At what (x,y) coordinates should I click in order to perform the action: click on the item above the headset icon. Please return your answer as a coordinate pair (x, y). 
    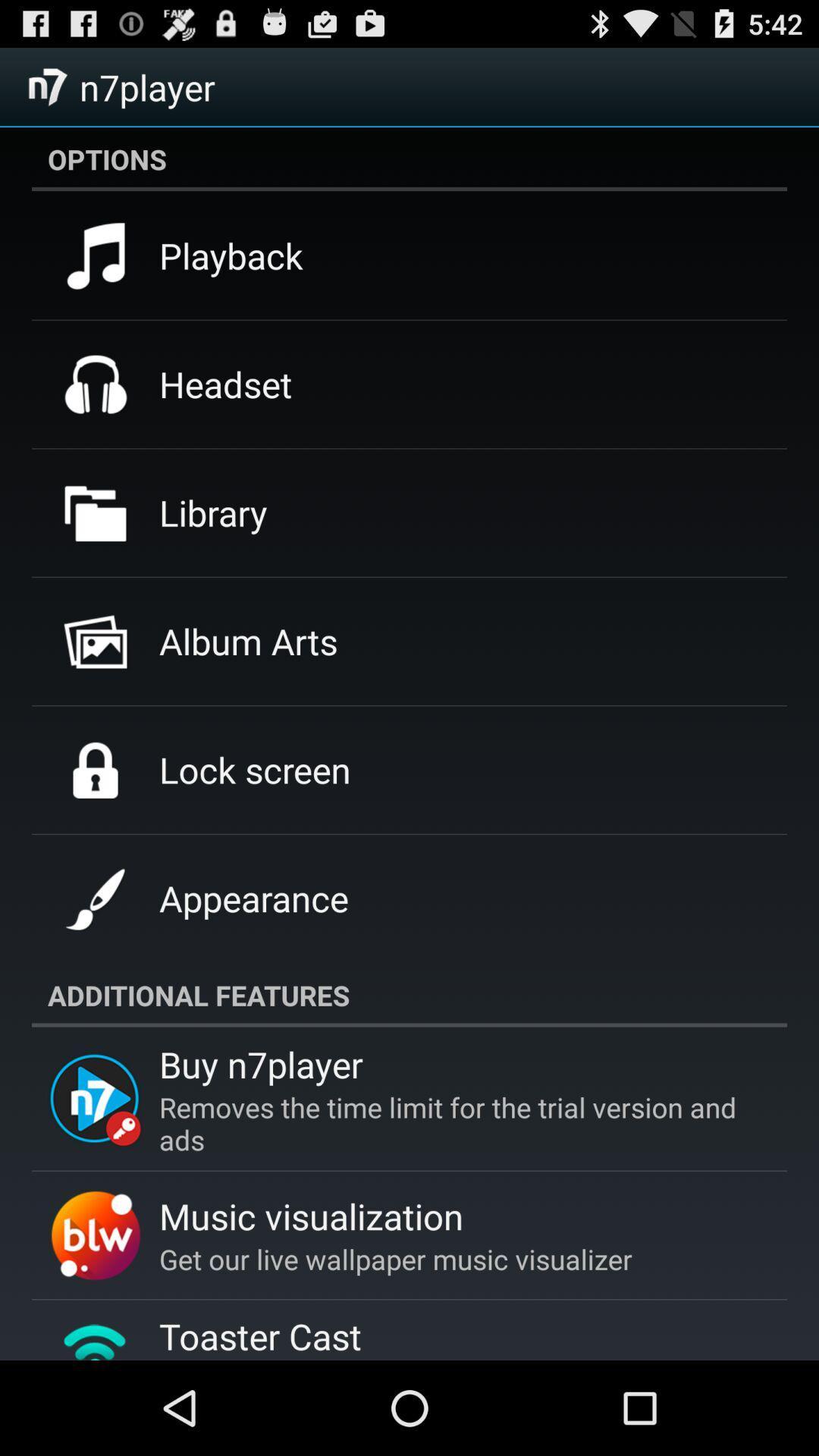
    Looking at the image, I should click on (231, 256).